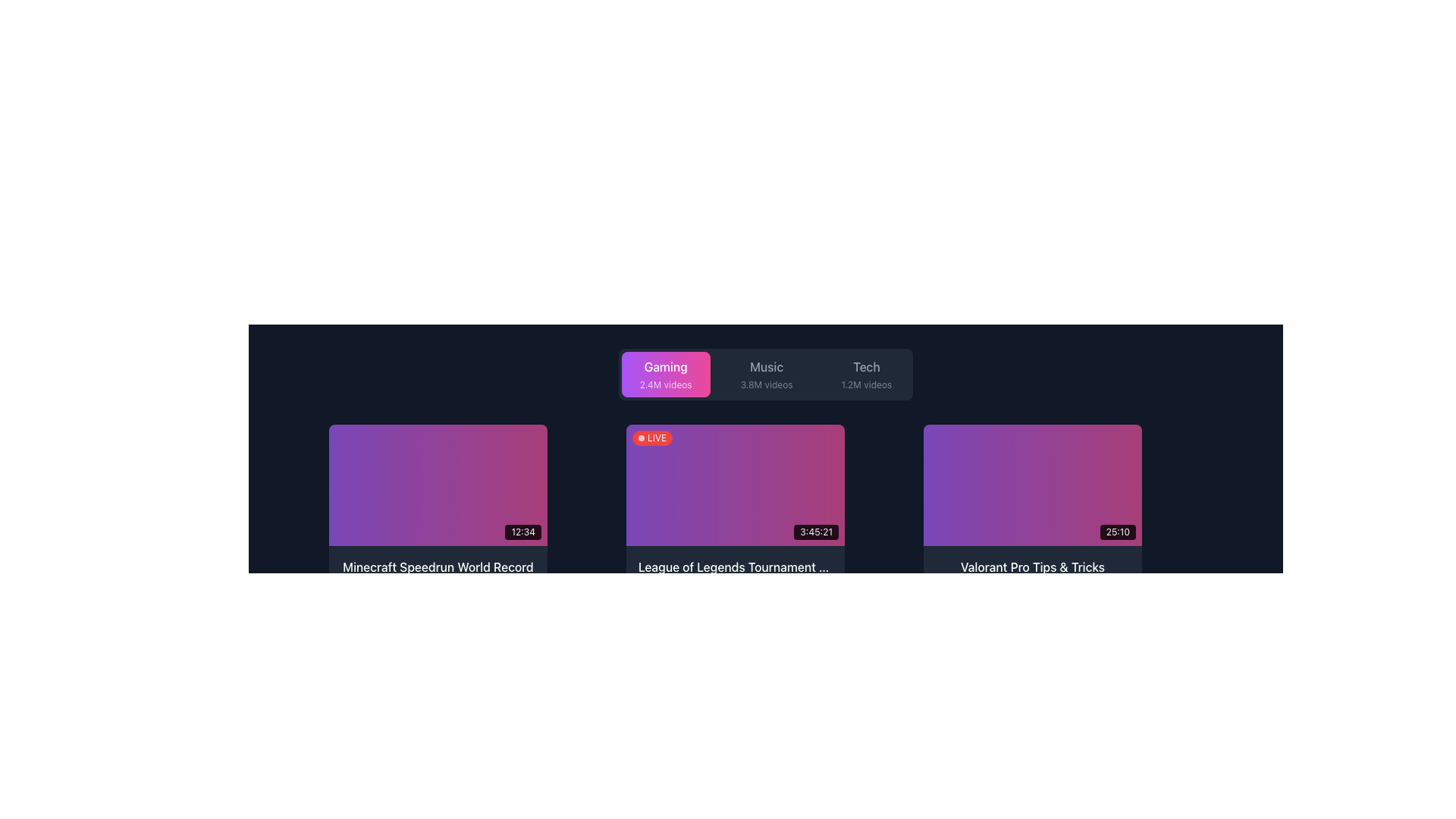  Describe the element at coordinates (767, 374) in the screenshot. I see `the button labeled 'Music' in the navigational menu` at that location.